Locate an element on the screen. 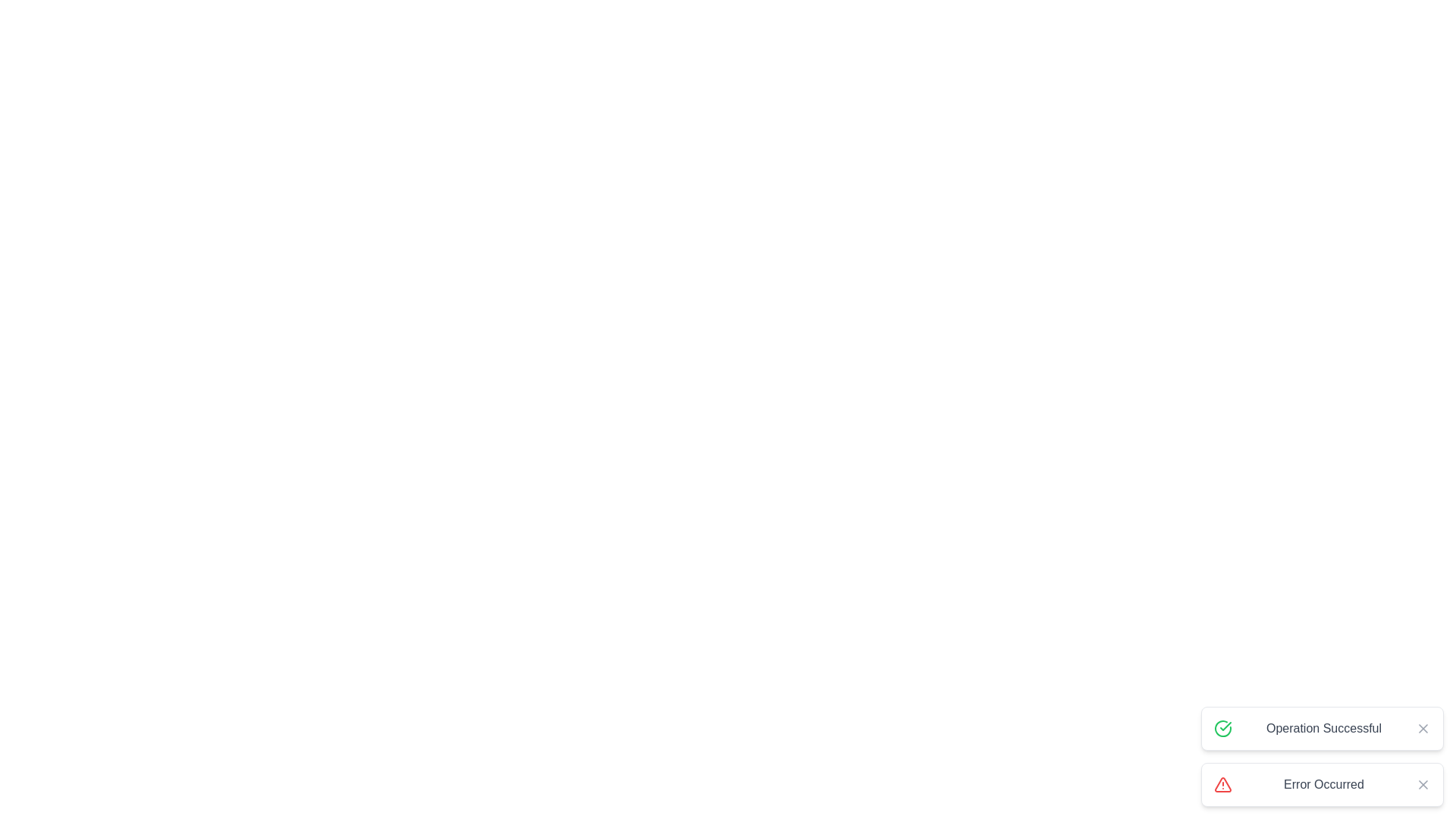 This screenshot has width=1456, height=819. the error notification icon located within the notification bar at the bottom right of the interface, which indicates an 'Error Occurred' is located at coordinates (1222, 784).